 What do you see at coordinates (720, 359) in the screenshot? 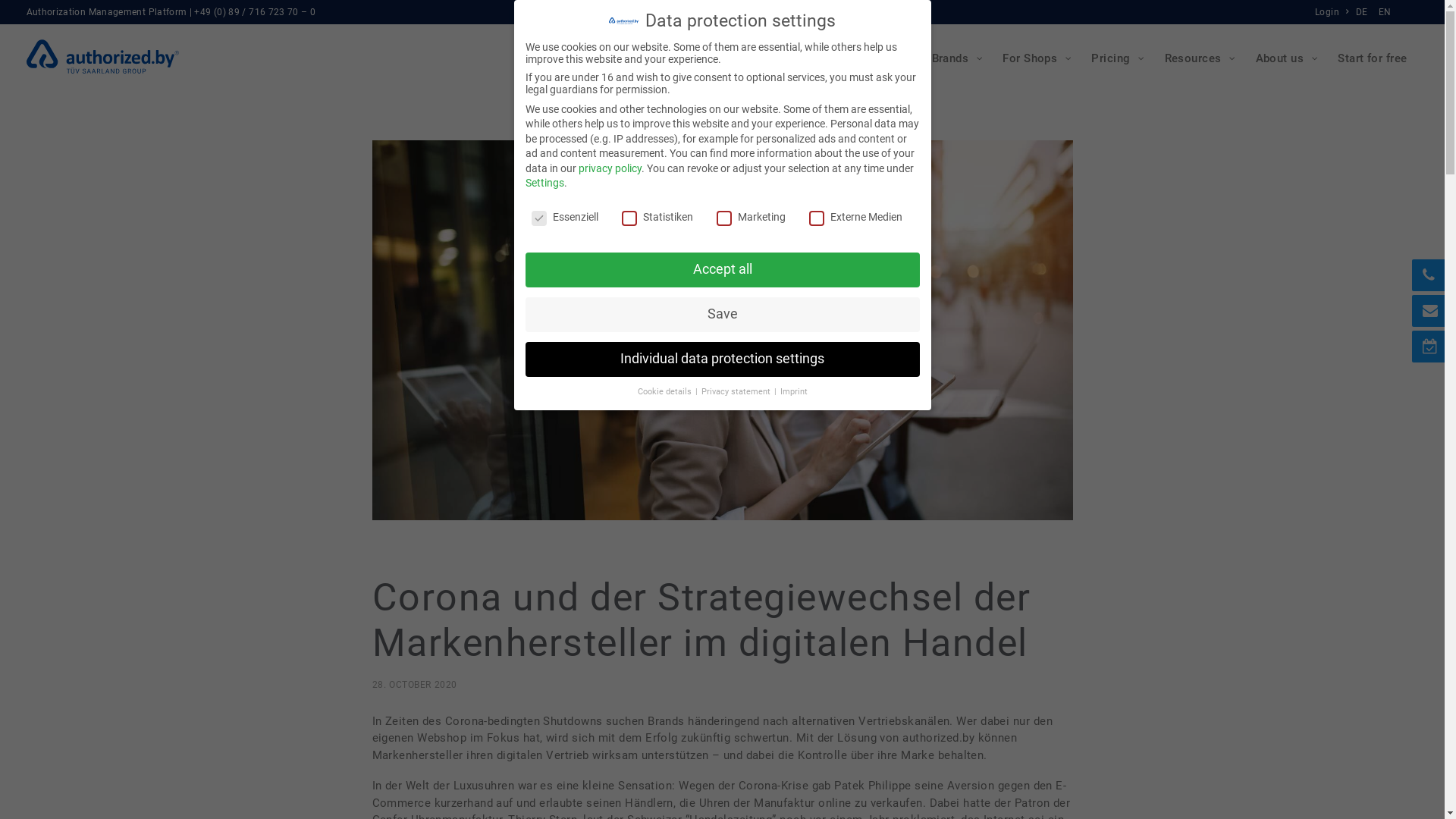
I see `'Individual data protection settings'` at bounding box center [720, 359].